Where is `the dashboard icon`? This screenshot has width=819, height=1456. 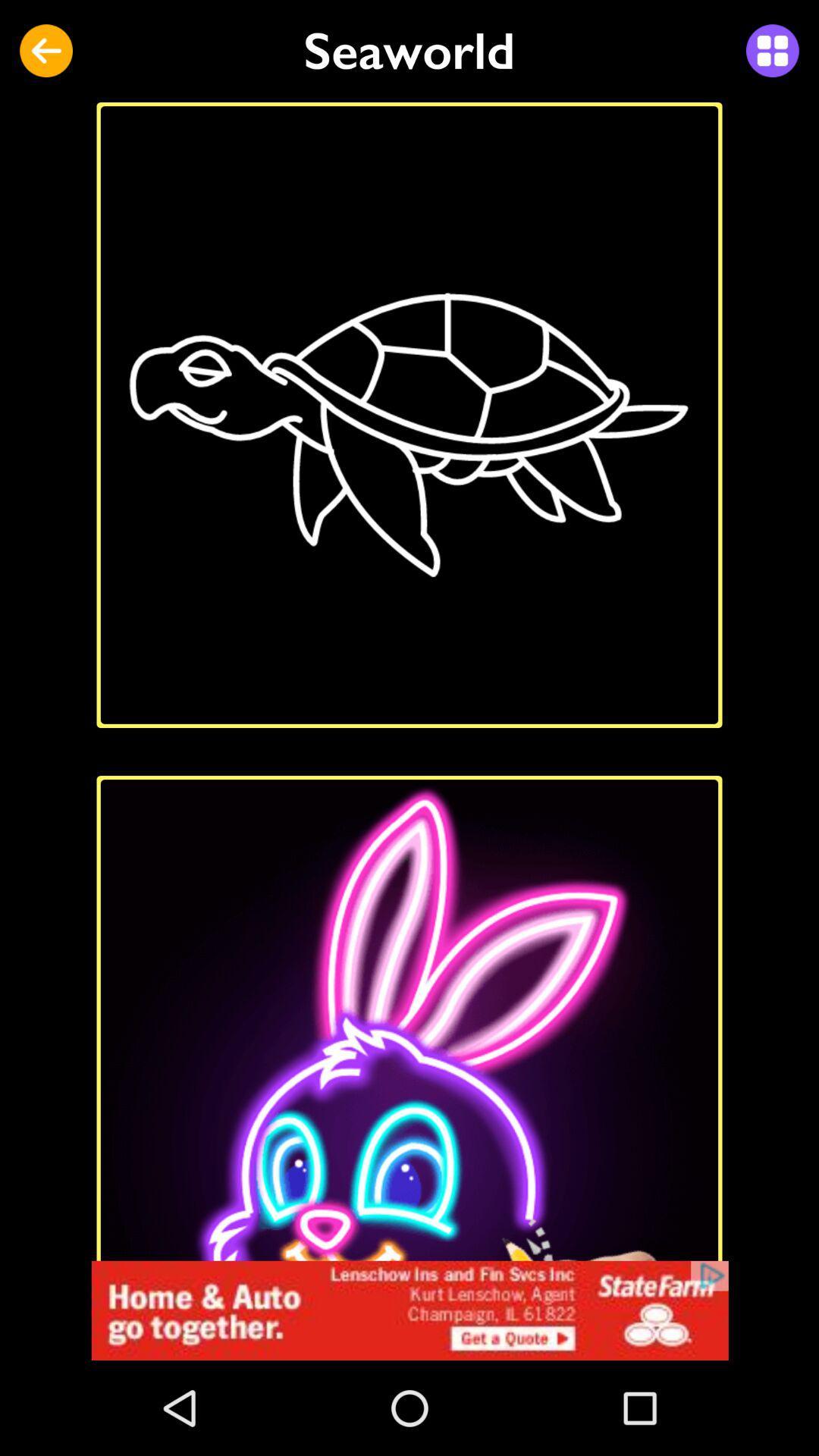
the dashboard icon is located at coordinates (772, 51).